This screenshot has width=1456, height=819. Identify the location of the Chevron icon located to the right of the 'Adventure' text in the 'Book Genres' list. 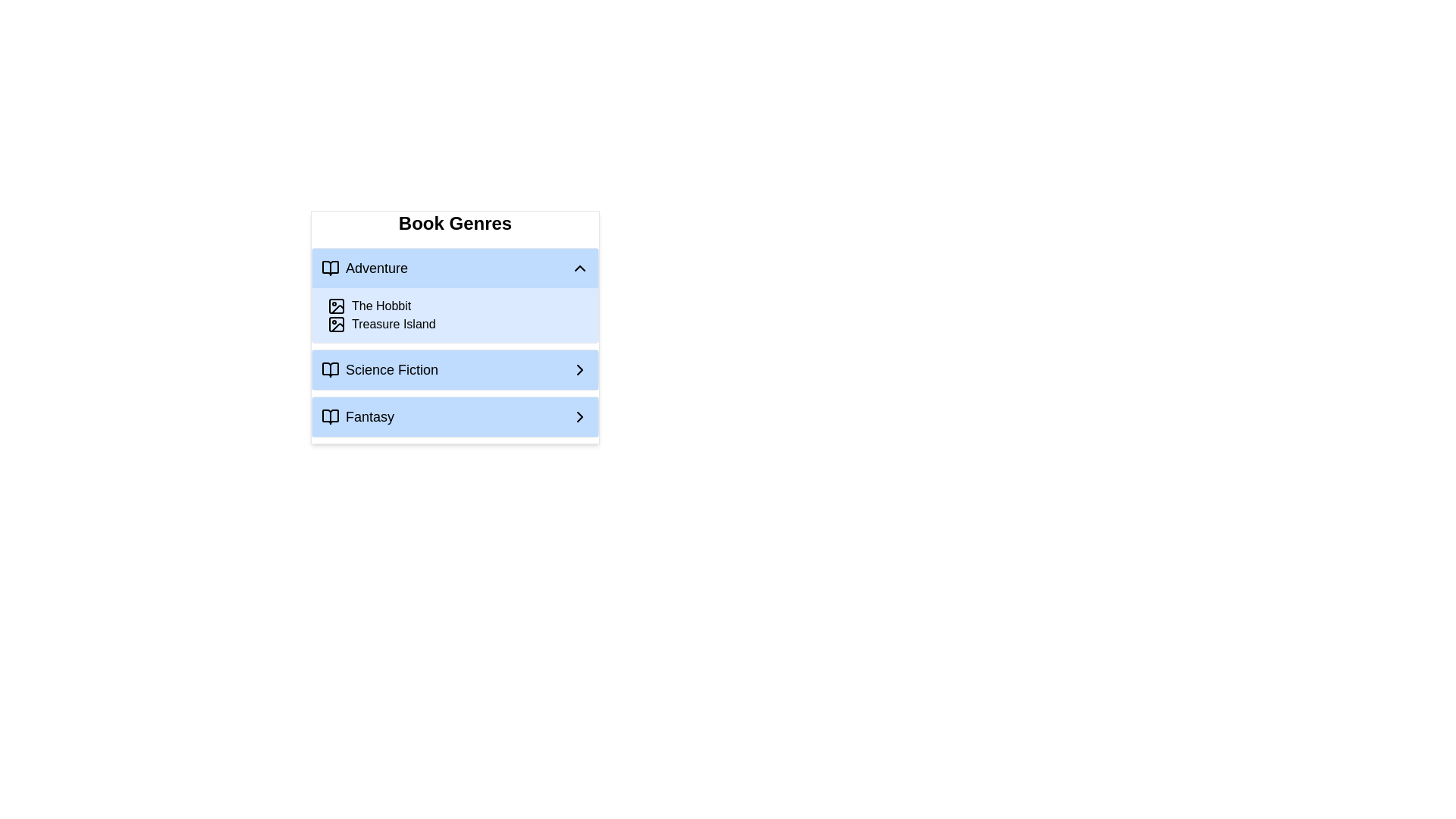
(579, 268).